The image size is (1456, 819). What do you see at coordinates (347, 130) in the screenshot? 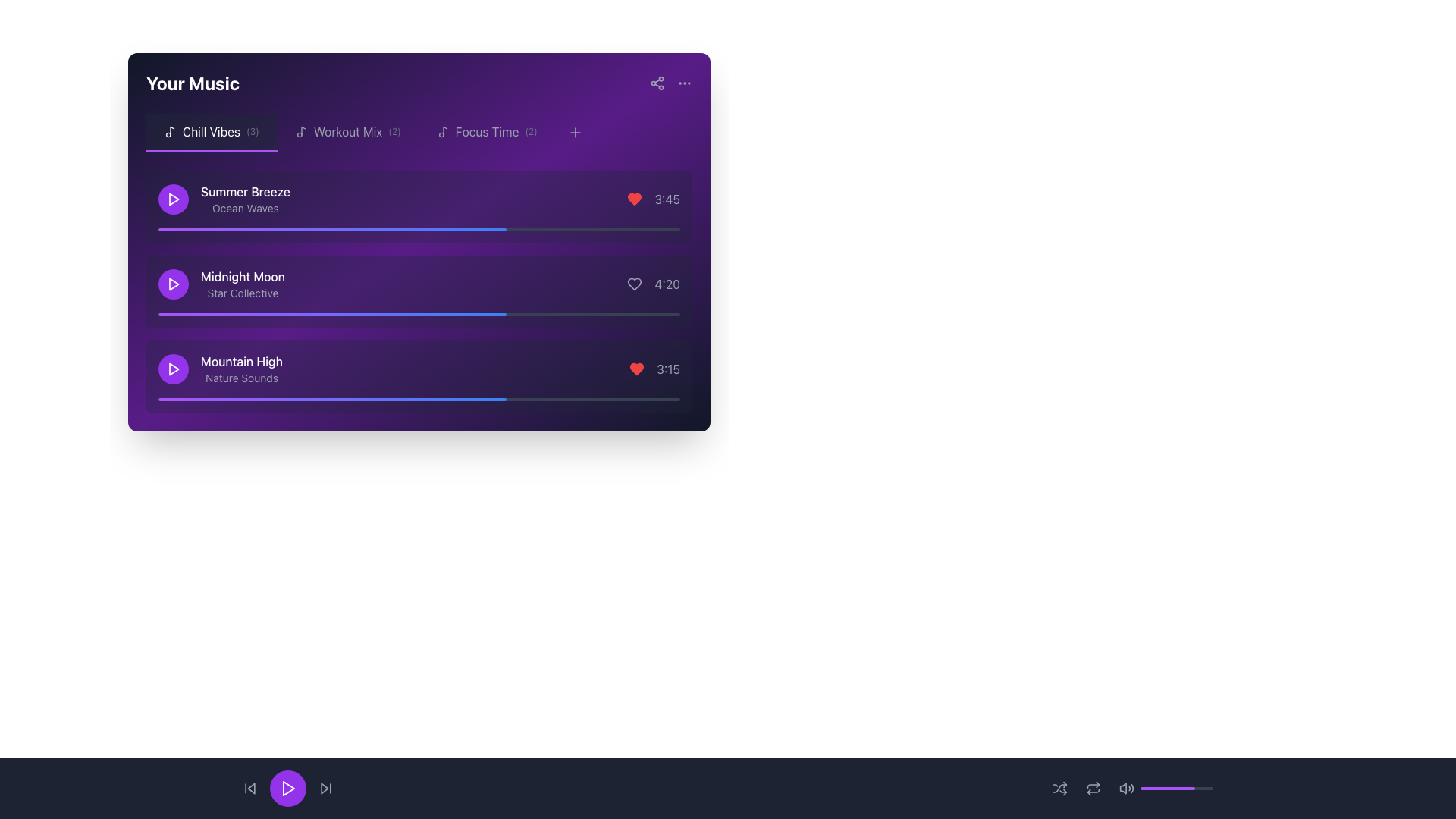
I see `the button labeled 'Workout Mix (2)' with a music icon` at bounding box center [347, 130].